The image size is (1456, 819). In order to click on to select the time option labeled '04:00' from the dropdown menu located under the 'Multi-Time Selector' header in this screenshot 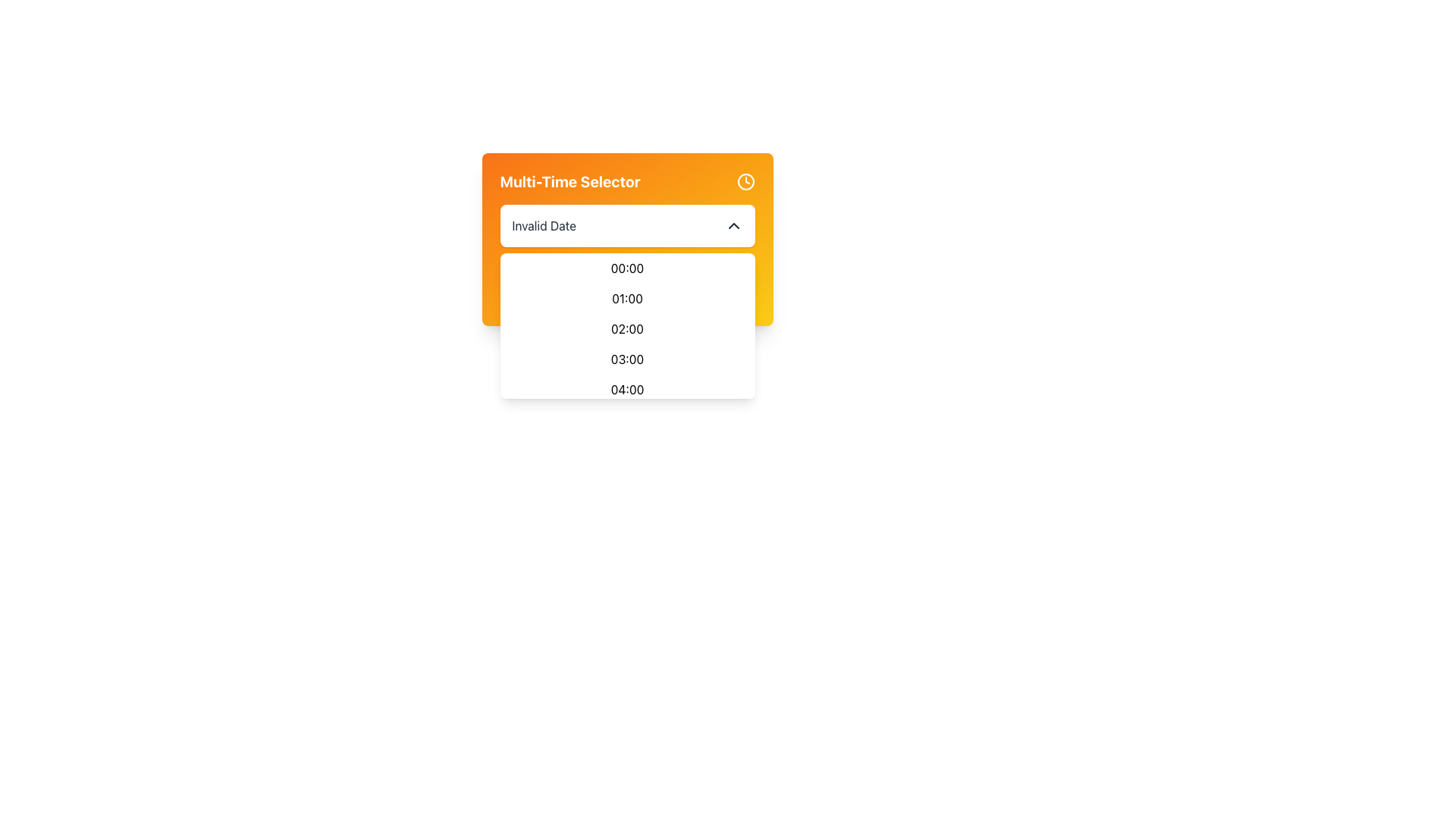, I will do `click(627, 388)`.